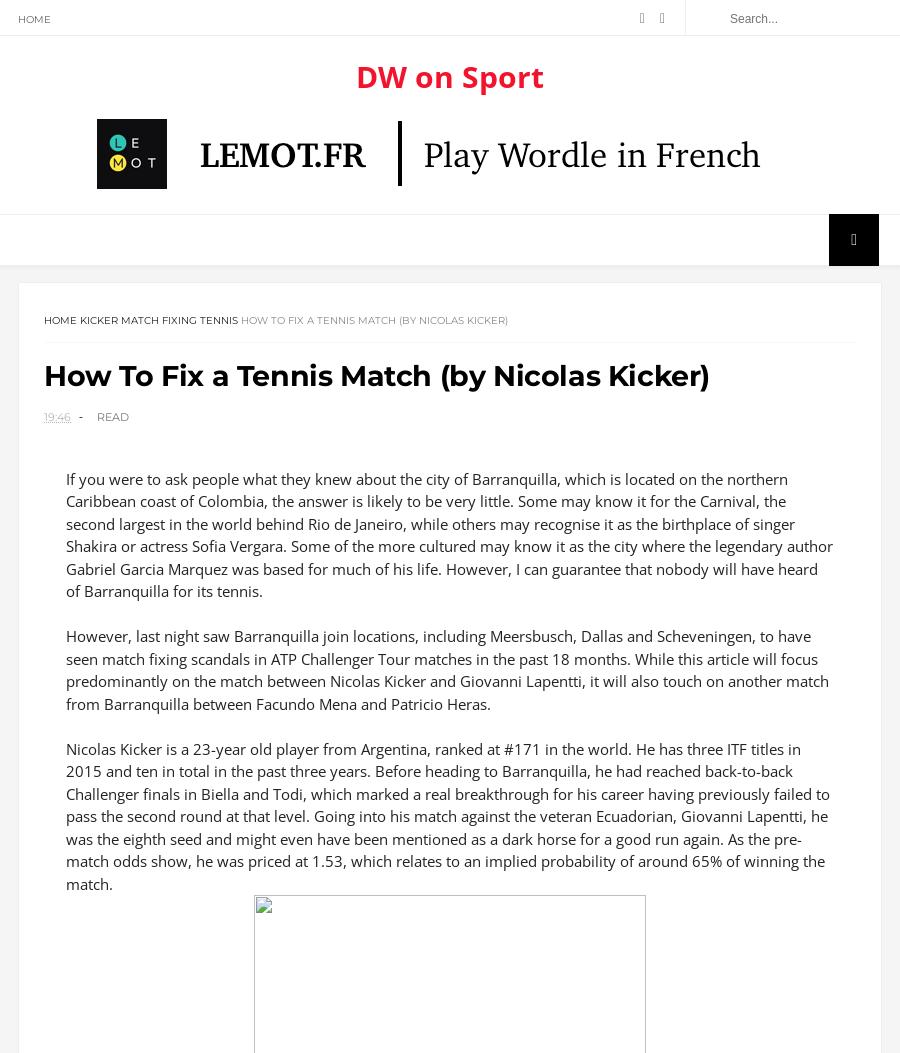  Describe the element at coordinates (56, 424) in the screenshot. I see `'19:46'` at that location.